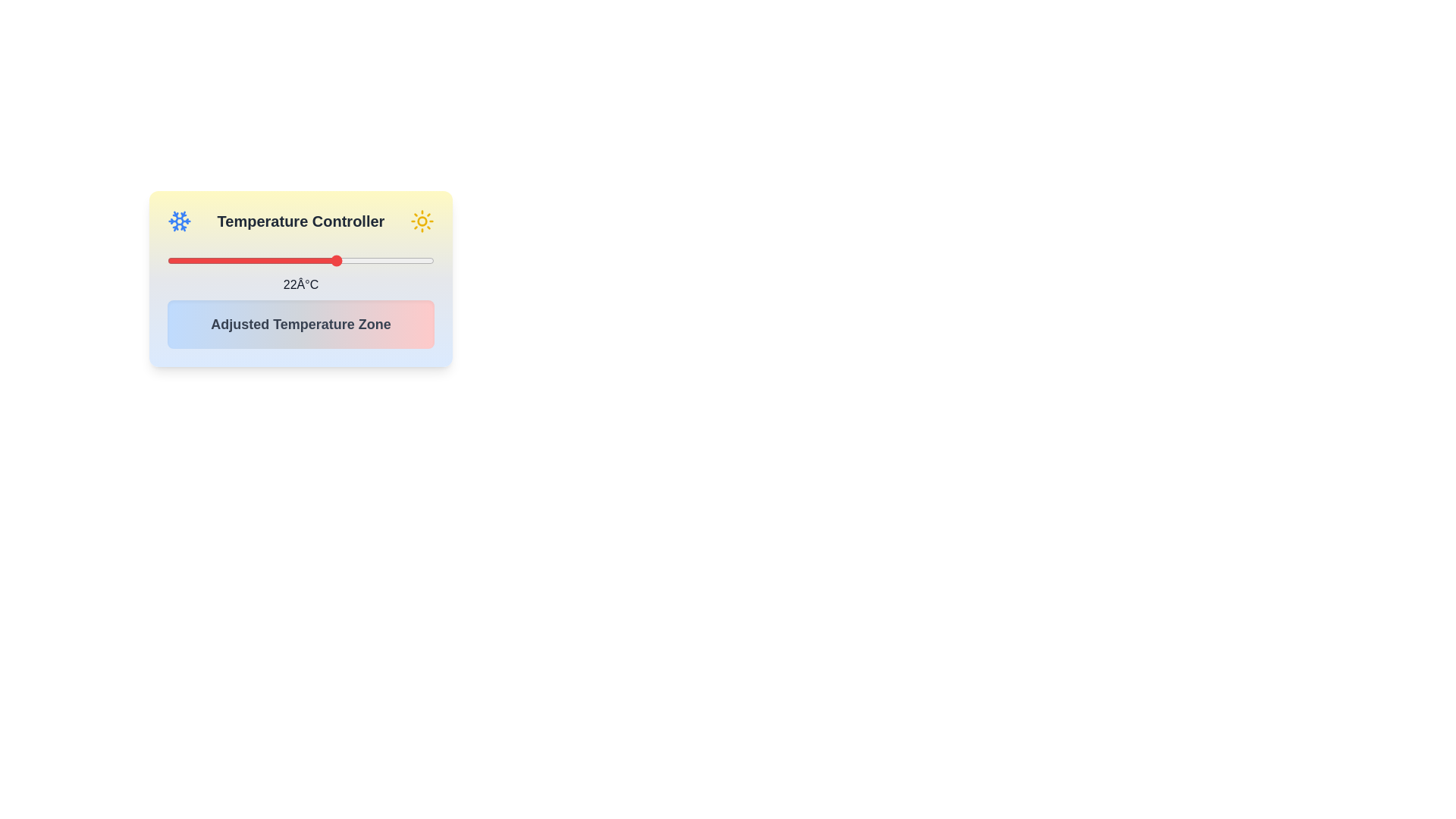 This screenshot has height=819, width=1456. I want to click on the yellow circular shape at the center of the sun icon located at the top-right corner of the temperature controller interface, so click(422, 221).